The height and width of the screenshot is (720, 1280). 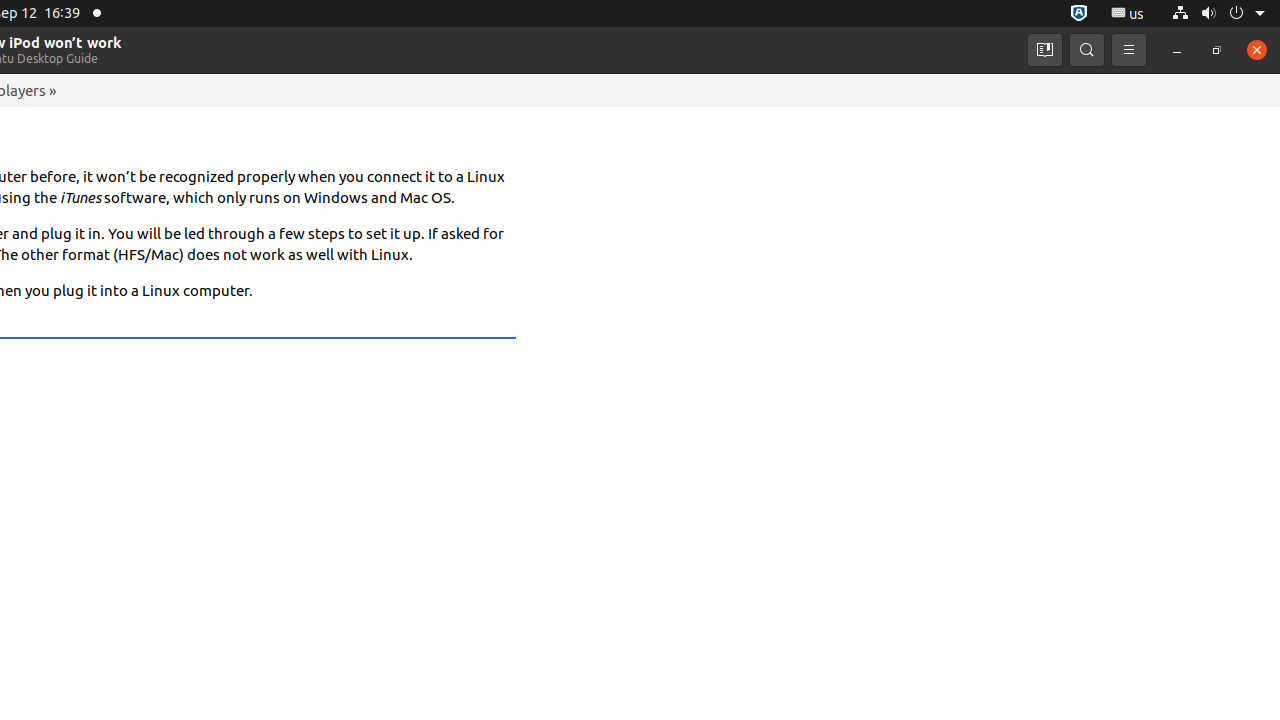 What do you see at coordinates (1216, 48) in the screenshot?
I see `'Restore'` at bounding box center [1216, 48].